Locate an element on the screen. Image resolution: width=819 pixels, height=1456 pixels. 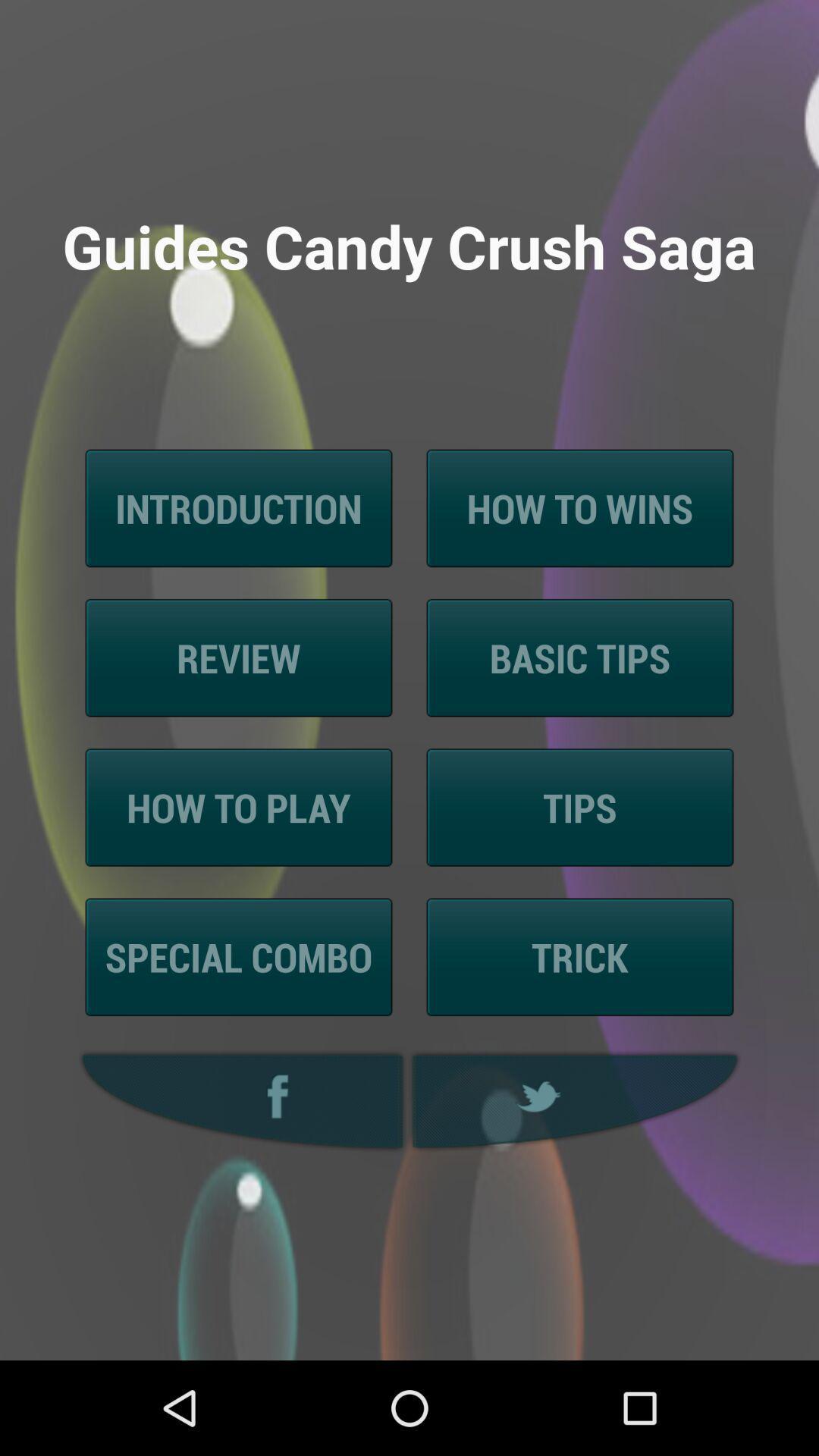
share to facebook is located at coordinates (238, 1101).